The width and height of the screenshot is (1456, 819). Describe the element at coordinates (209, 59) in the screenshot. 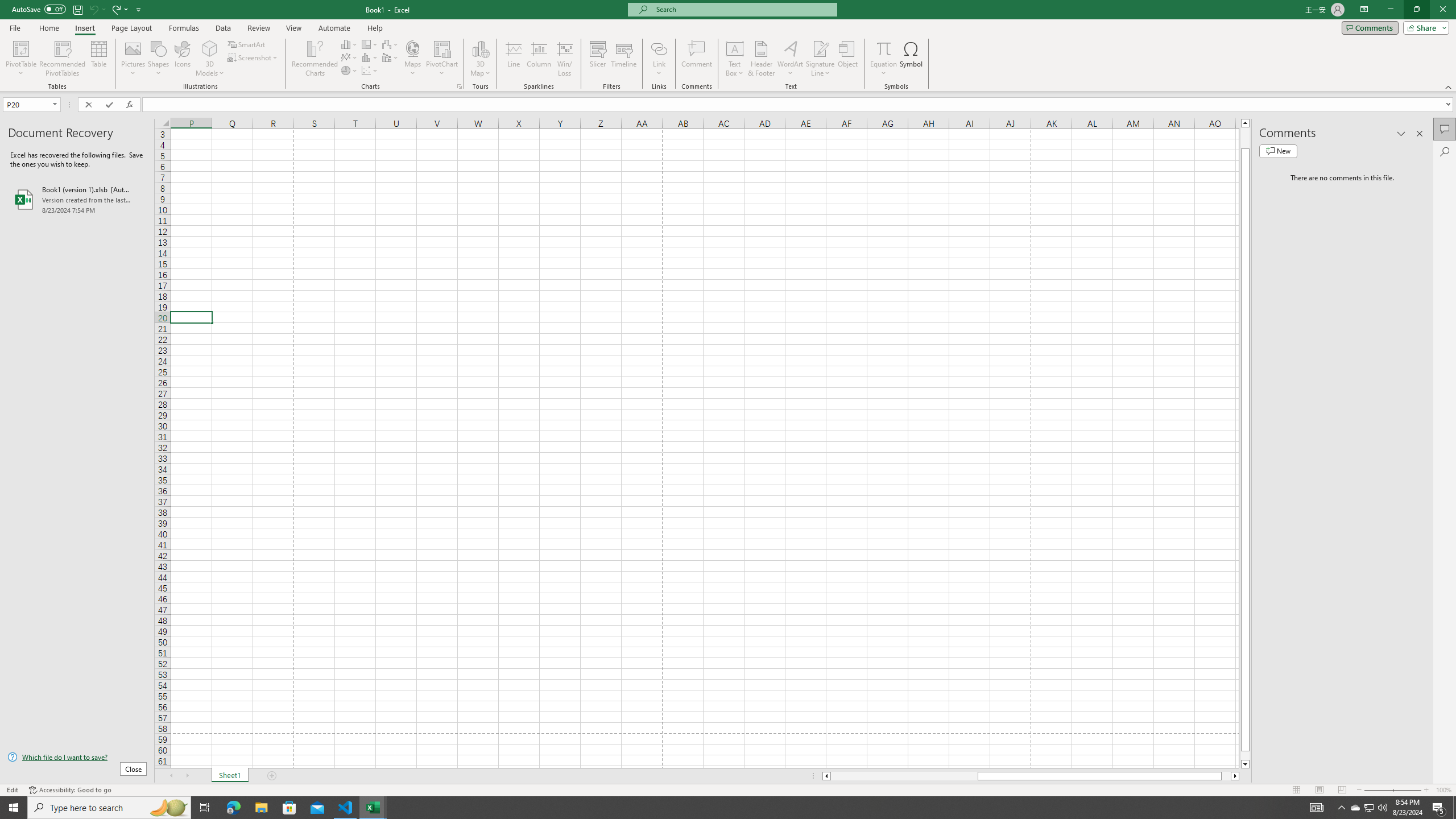

I see `'3D Models'` at that location.